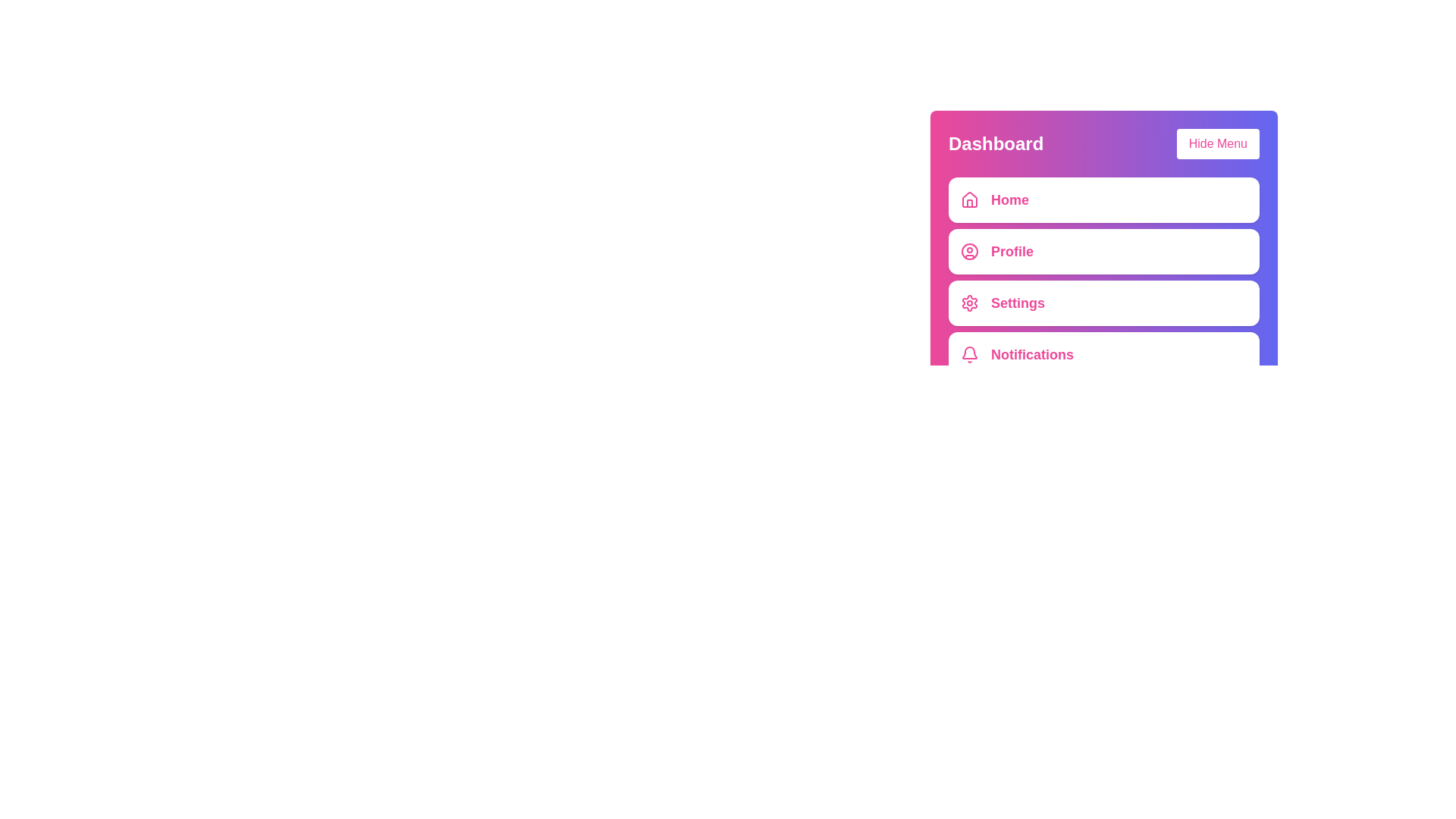  Describe the element at coordinates (1103, 250) in the screenshot. I see `the menu item labeled Profile` at that location.